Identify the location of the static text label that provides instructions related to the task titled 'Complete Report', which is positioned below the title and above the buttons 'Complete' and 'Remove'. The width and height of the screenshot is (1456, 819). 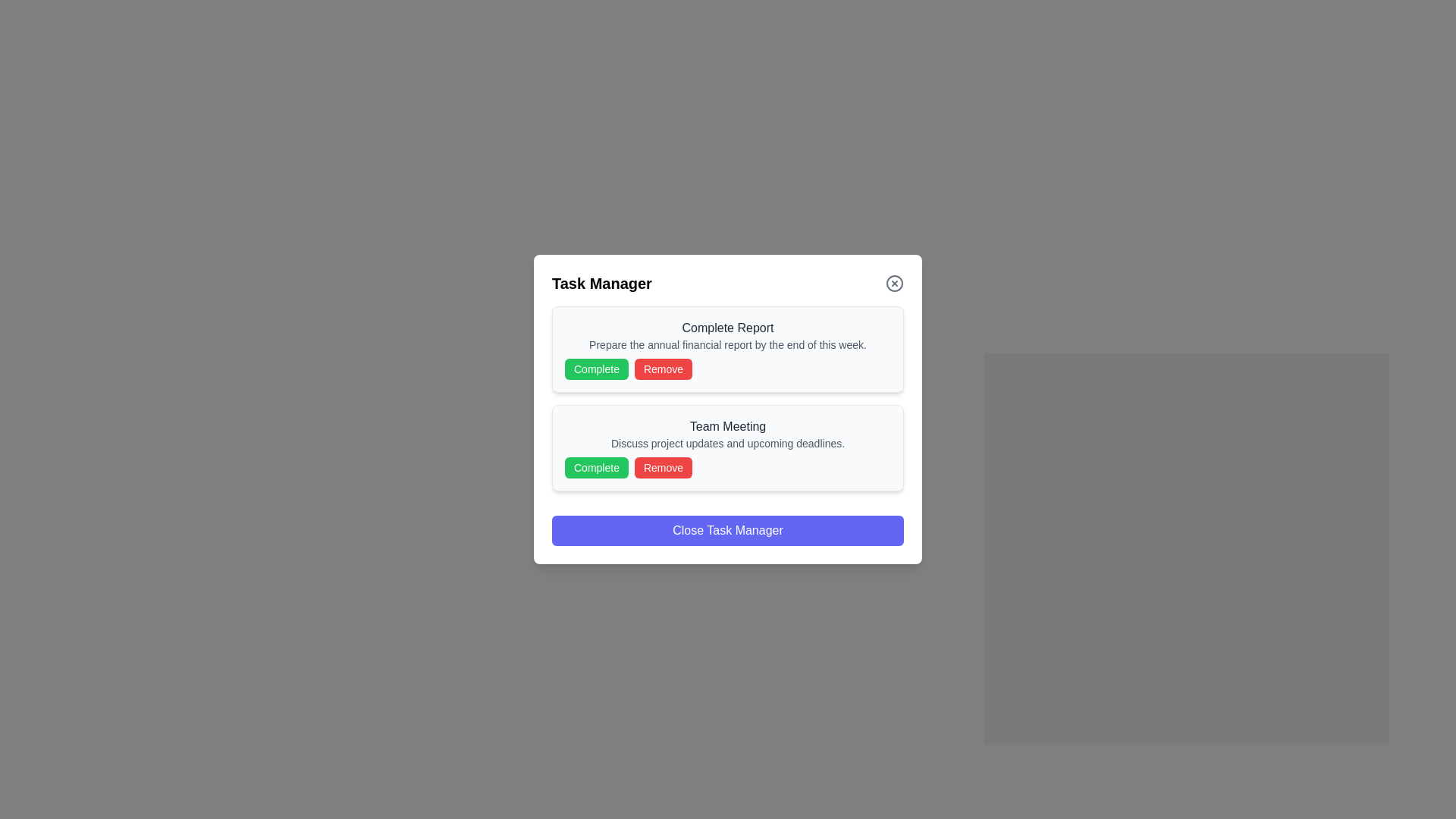
(728, 345).